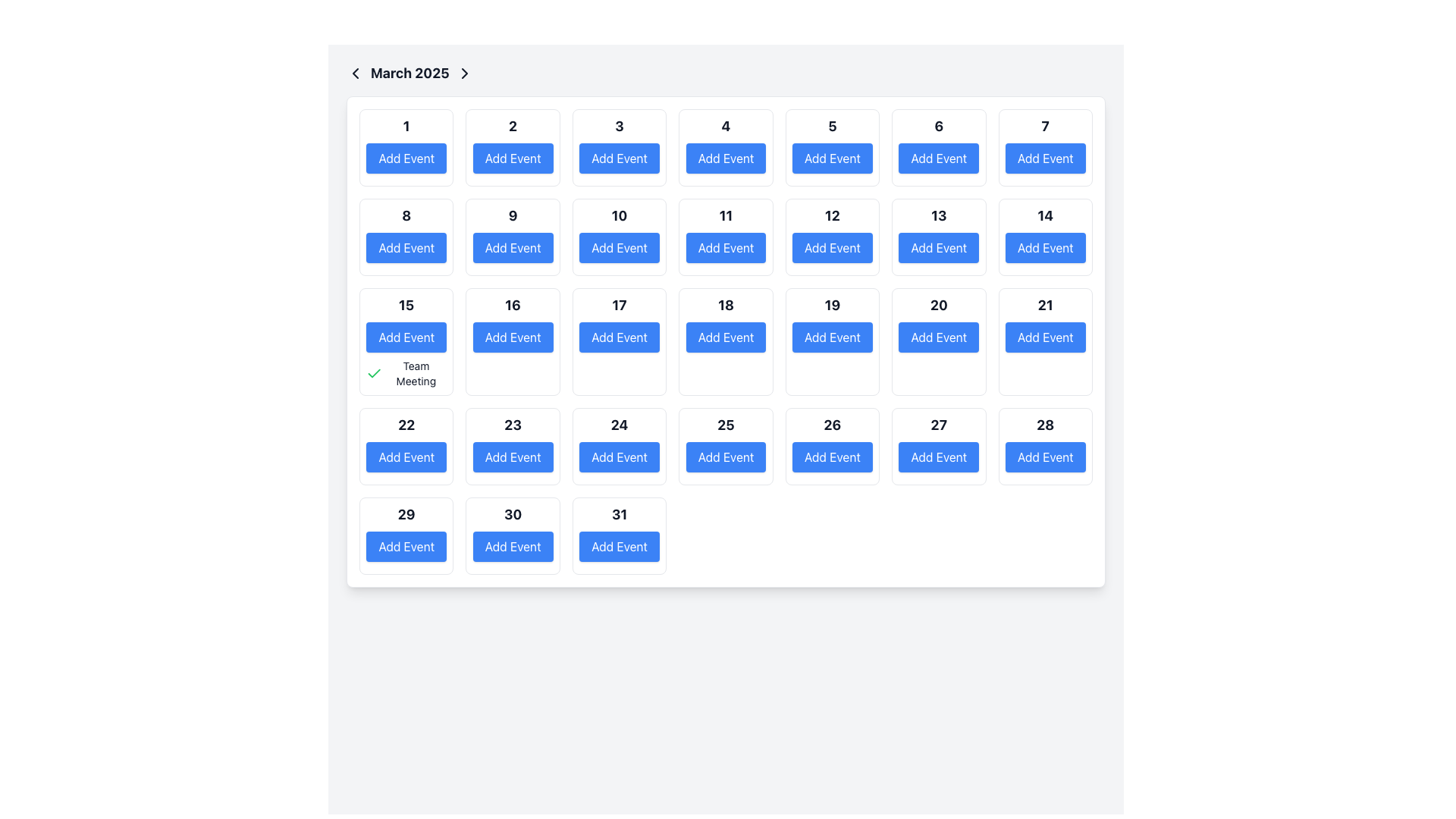  Describe the element at coordinates (406, 247) in the screenshot. I see `keyboard navigation` at that location.